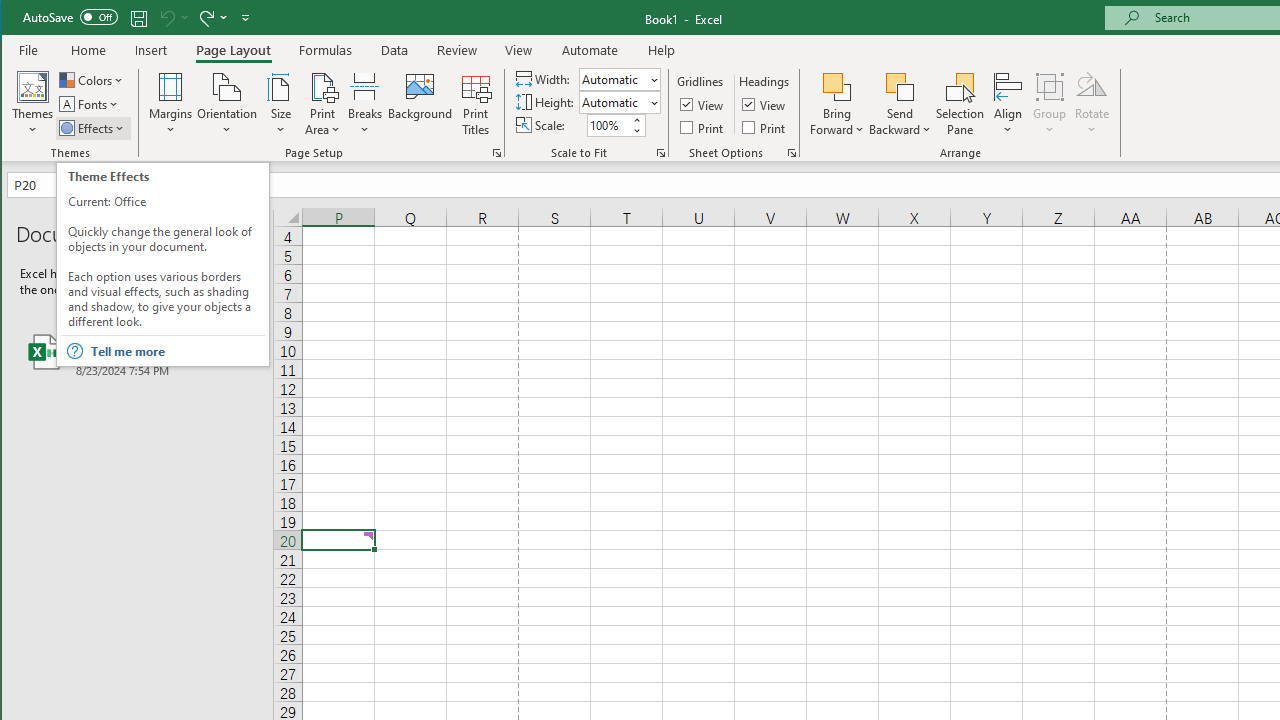  What do you see at coordinates (612, 78) in the screenshot?
I see `'Width'` at bounding box center [612, 78].